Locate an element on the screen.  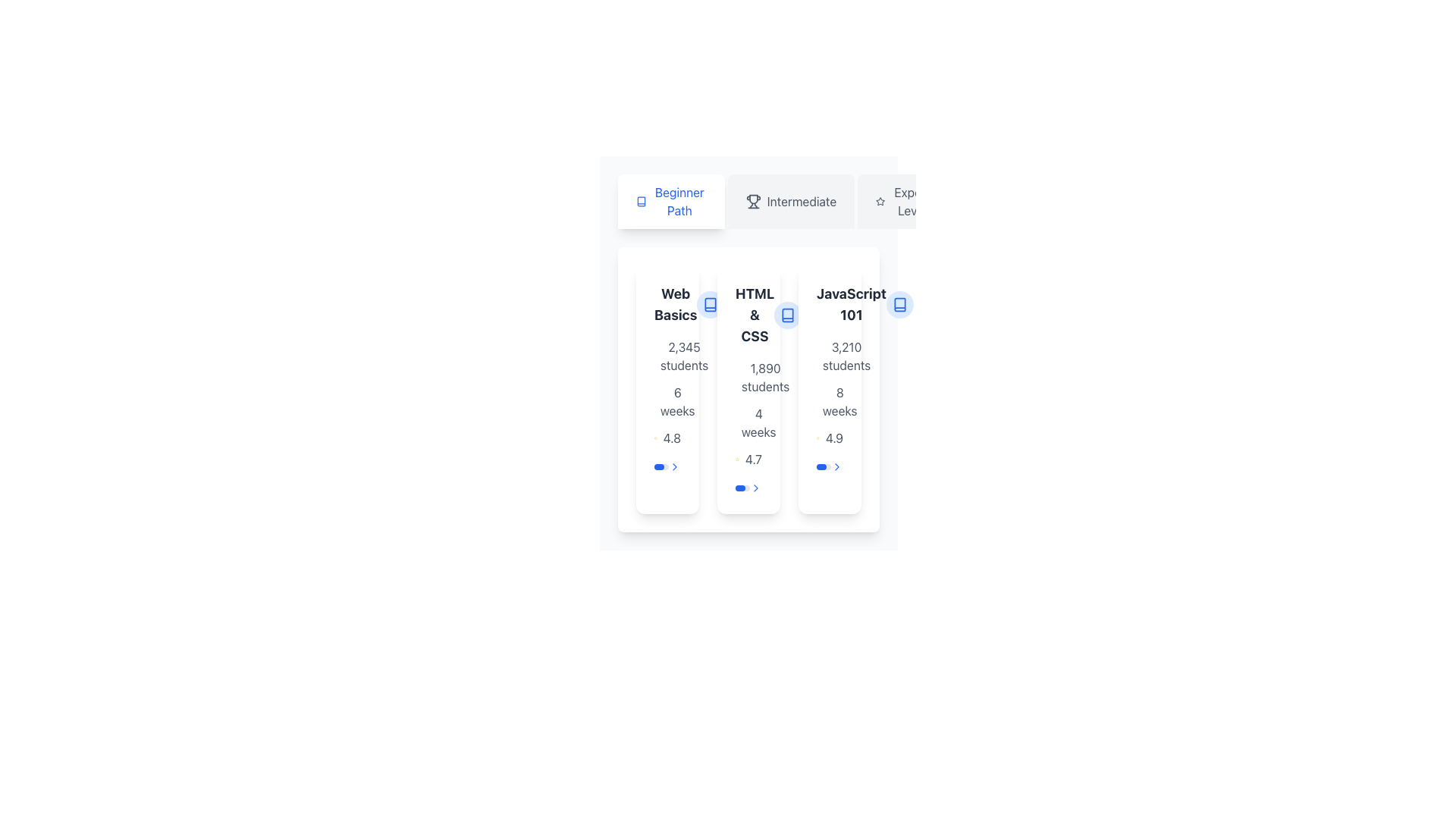
content displayed in the informational display containing '1,890 students', '4 weeks', and '4.7' with their respective icons, located within the 'HTML & CSS' card is located at coordinates (748, 414).